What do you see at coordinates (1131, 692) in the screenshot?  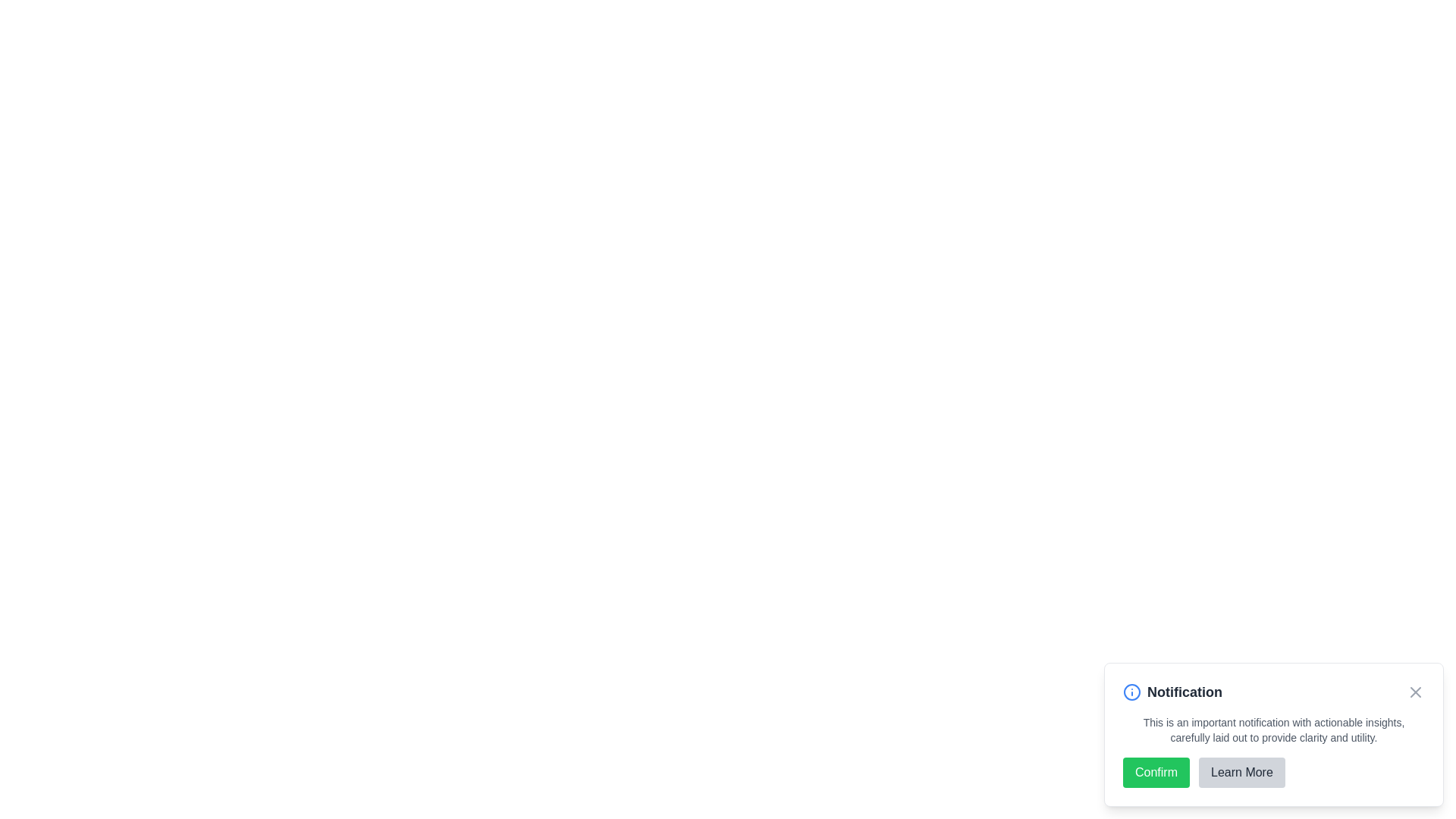 I see `the SVG Circle element, which serves as a visual indicator within the 'info' icon in the notification dialog box located at the bottom-right corner of the interface` at bounding box center [1131, 692].